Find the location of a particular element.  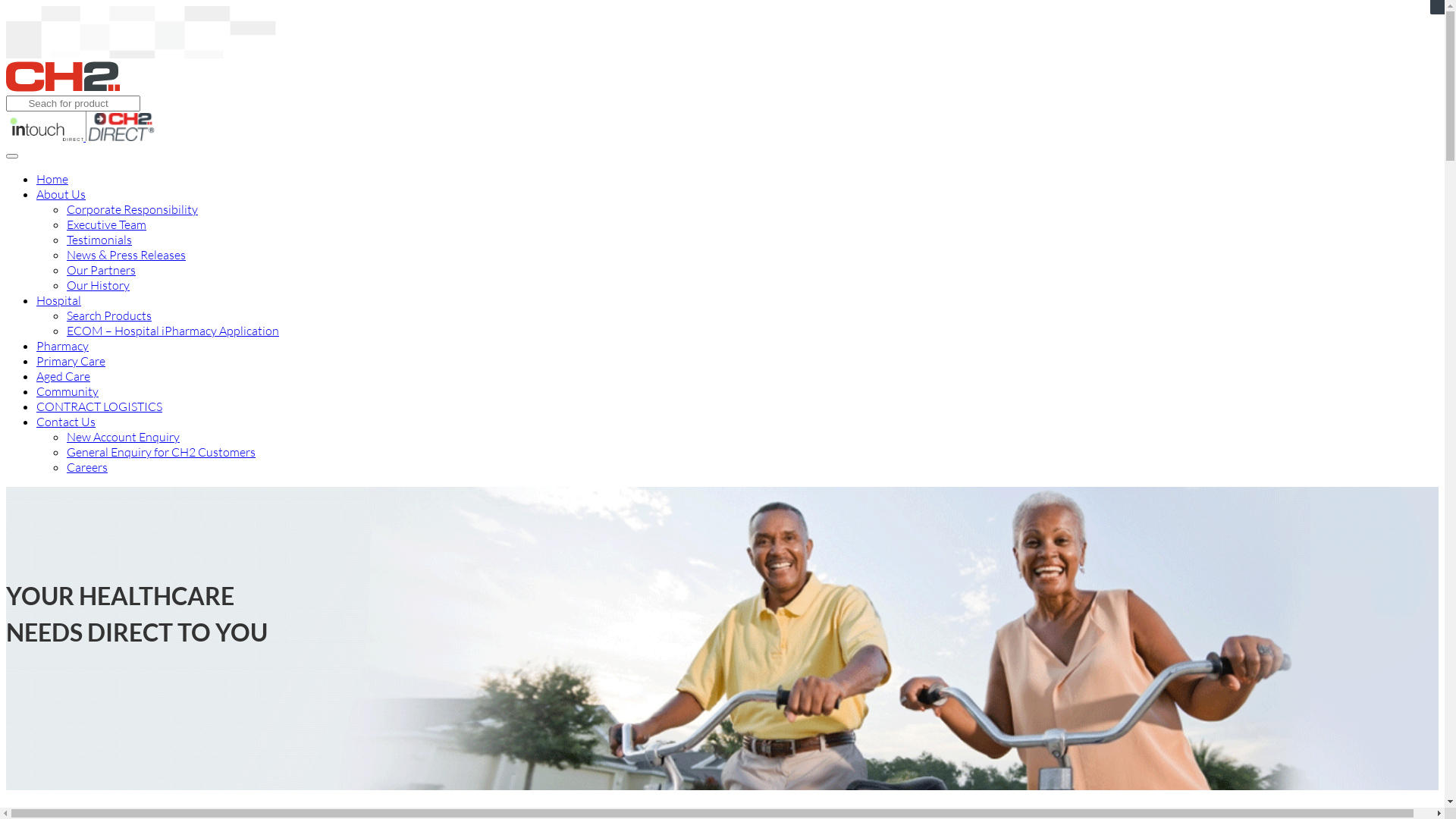

'New Account Enquiry' is located at coordinates (123, 436).